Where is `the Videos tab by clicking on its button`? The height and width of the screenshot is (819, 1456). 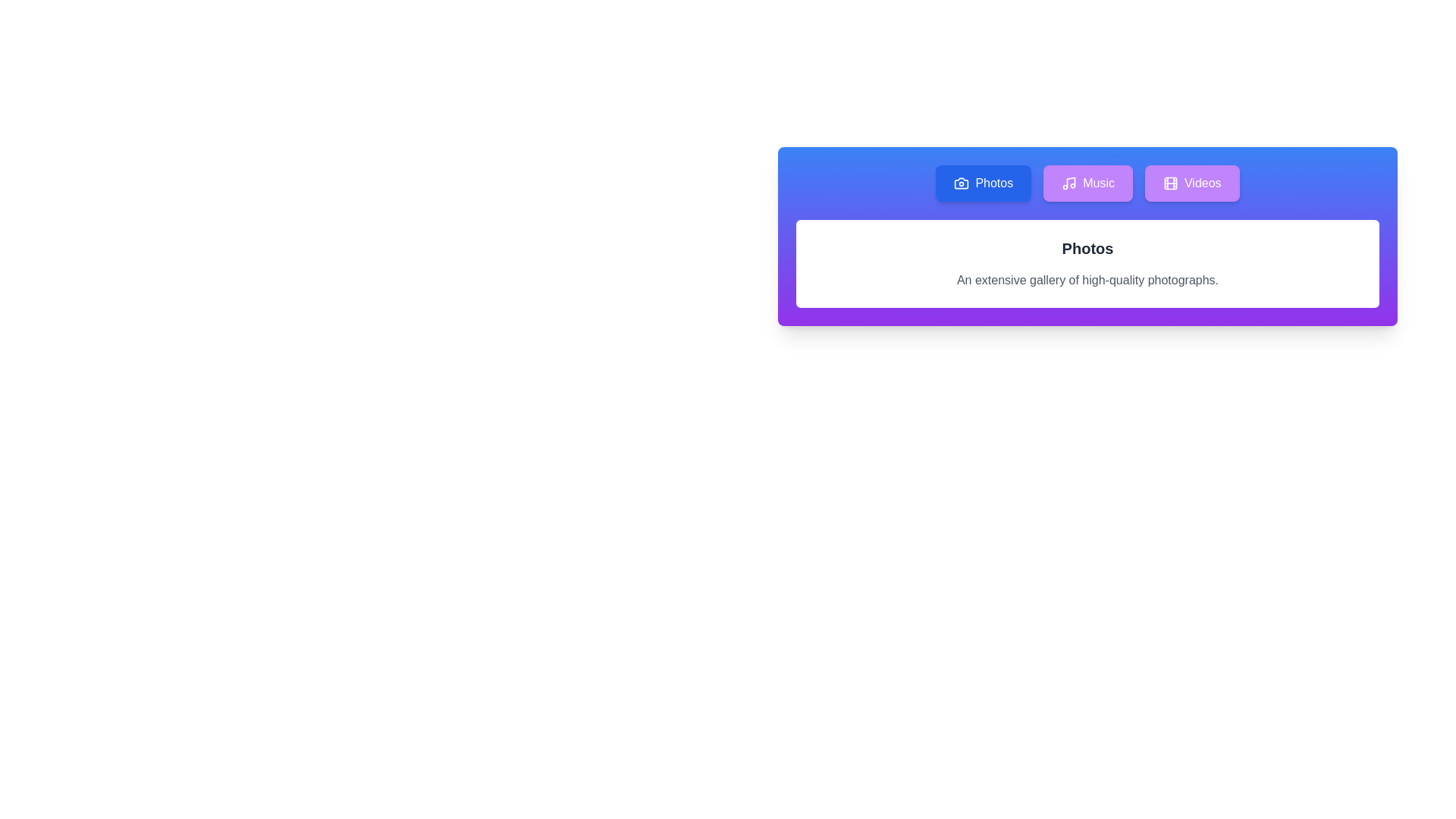 the Videos tab by clicking on its button is located at coordinates (1191, 183).